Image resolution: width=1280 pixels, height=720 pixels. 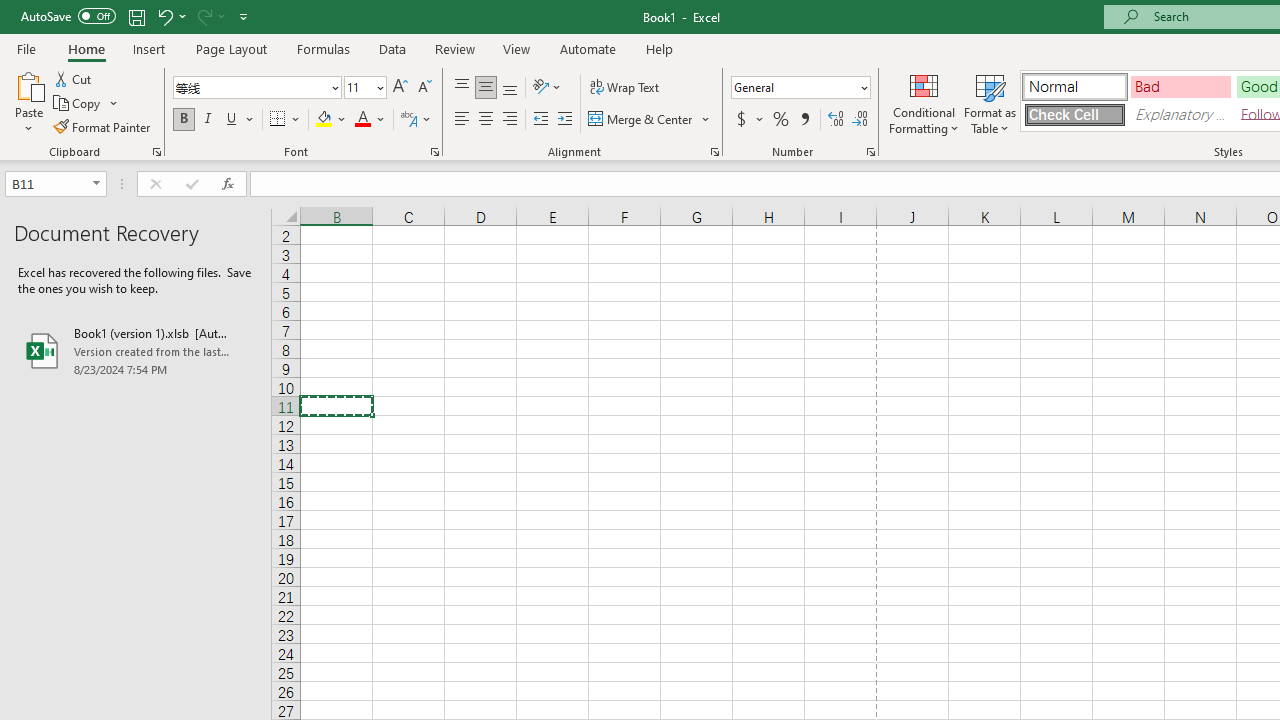 I want to click on 'Underline', so click(x=240, y=119).